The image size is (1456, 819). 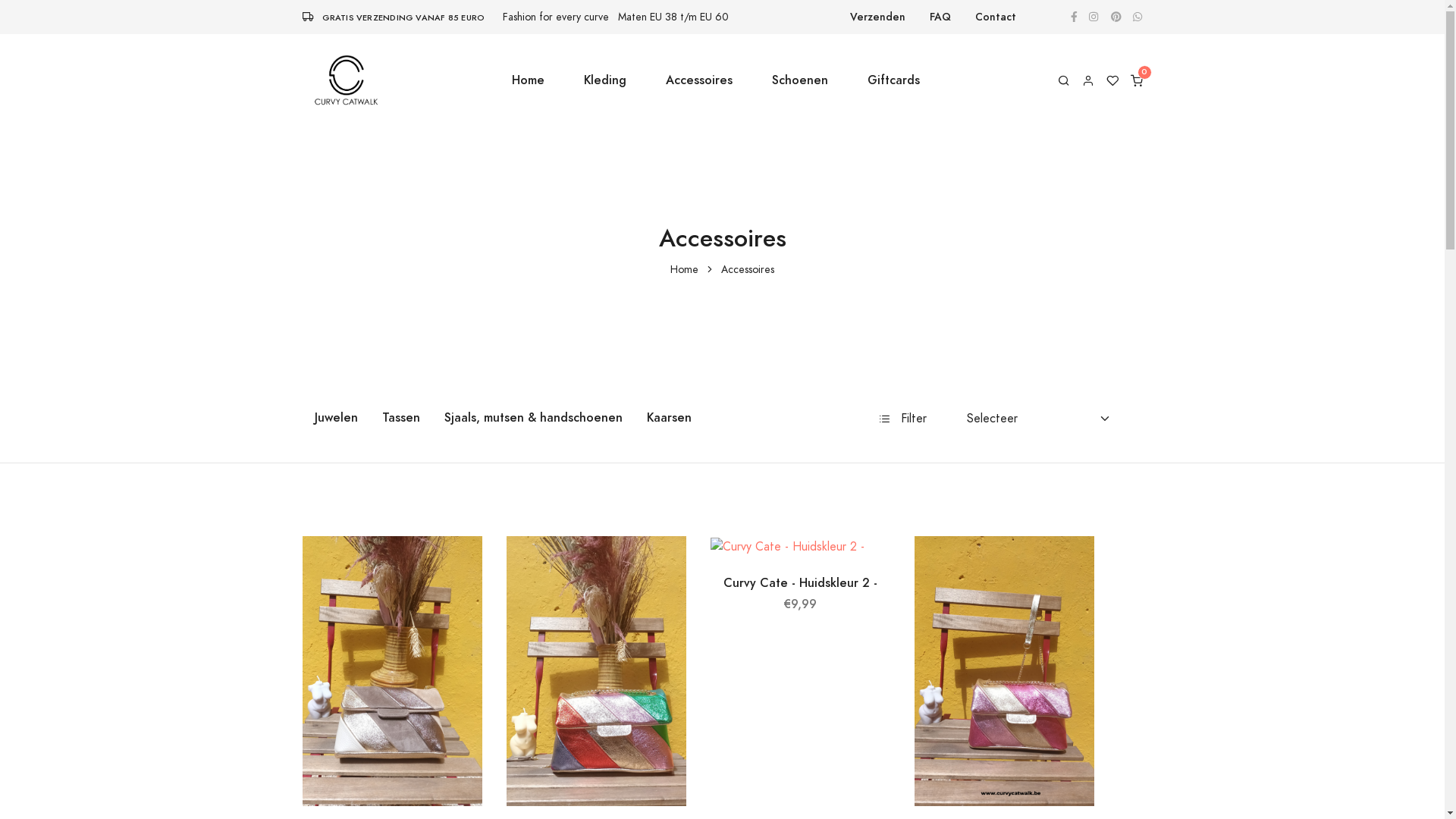 What do you see at coordinates (799, 80) in the screenshot?
I see `'Schoenen'` at bounding box center [799, 80].